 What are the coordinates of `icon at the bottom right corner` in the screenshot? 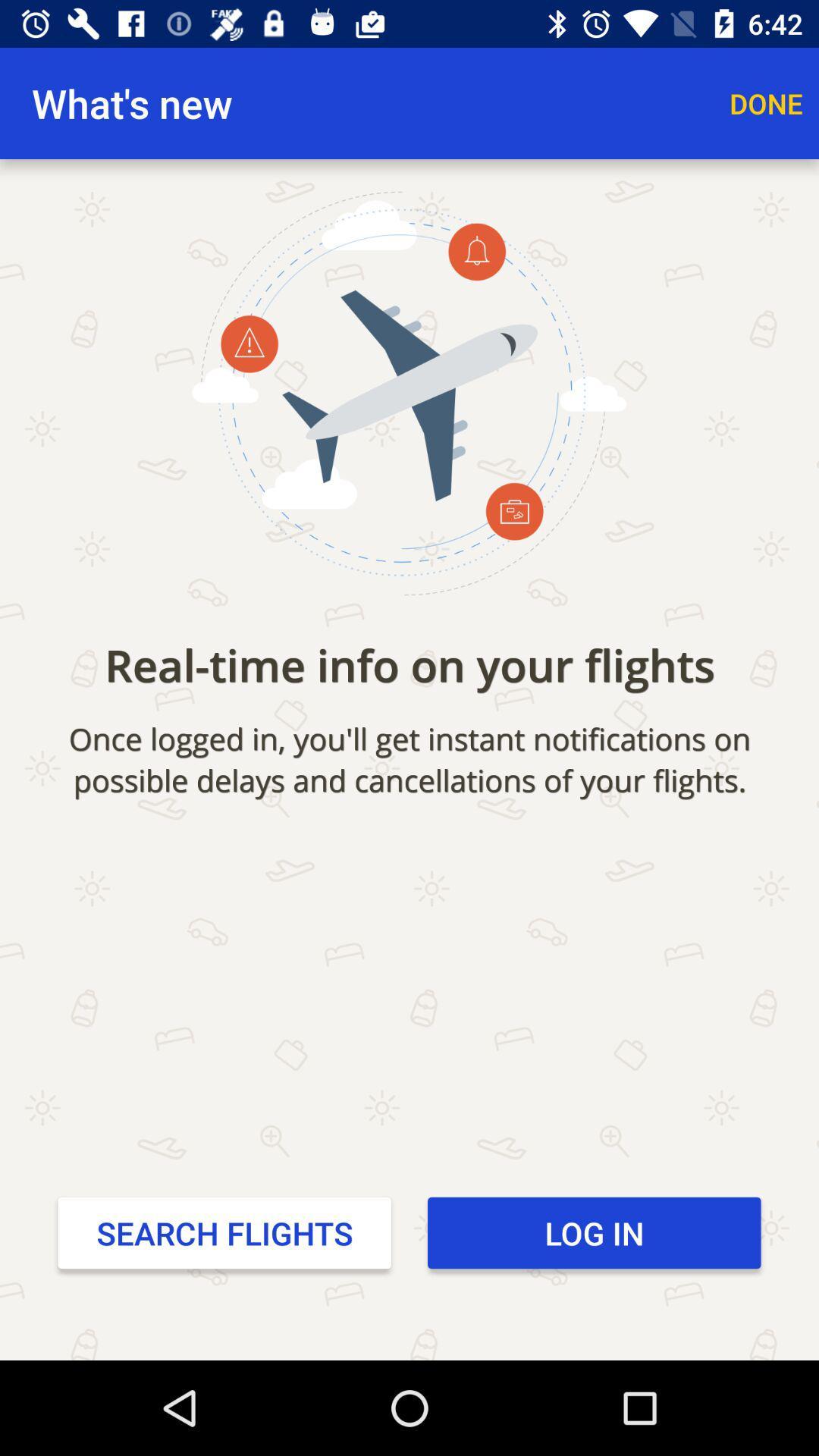 It's located at (593, 1233).